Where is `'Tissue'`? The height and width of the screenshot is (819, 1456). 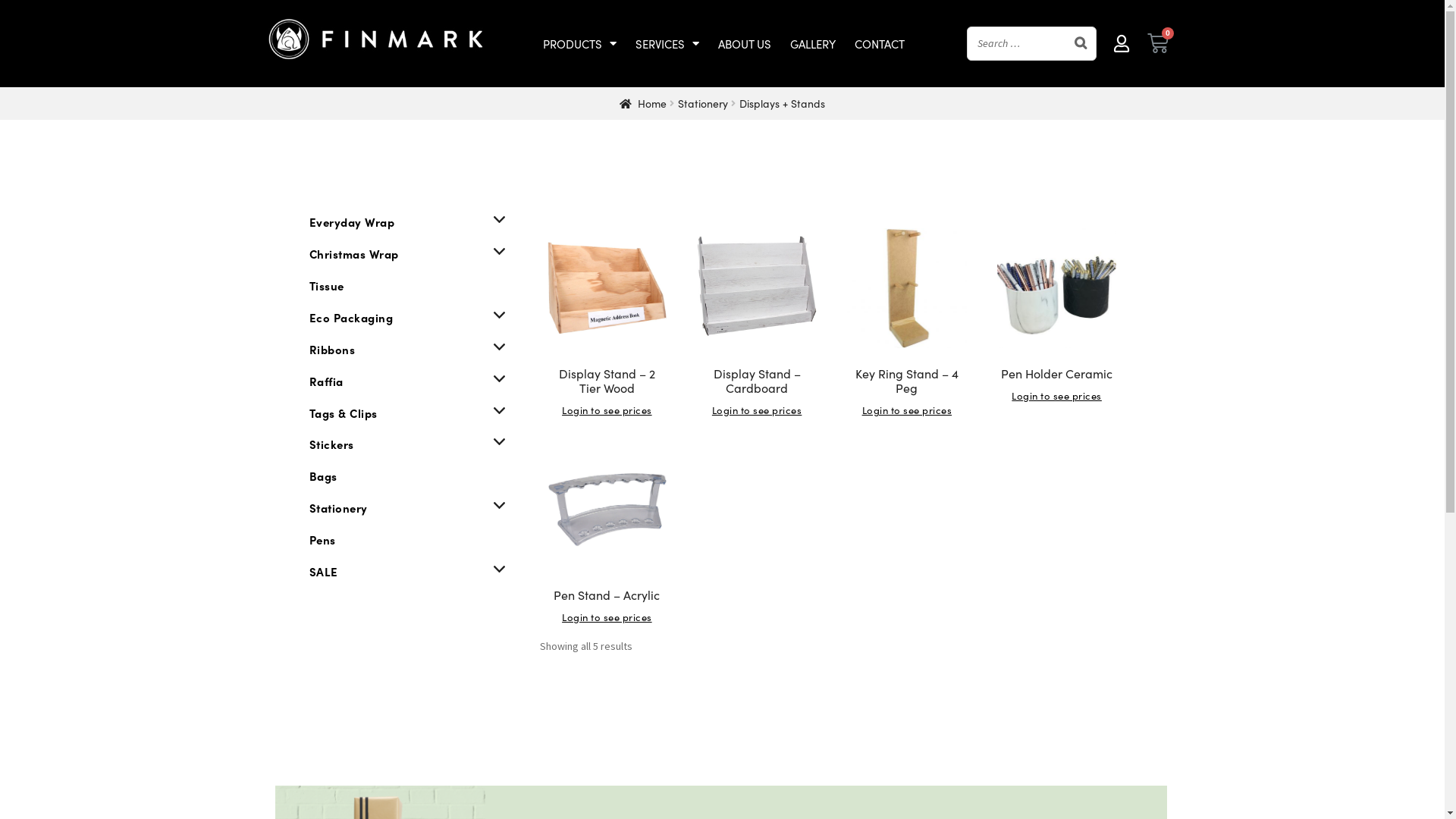
'Tissue' is located at coordinates (326, 285).